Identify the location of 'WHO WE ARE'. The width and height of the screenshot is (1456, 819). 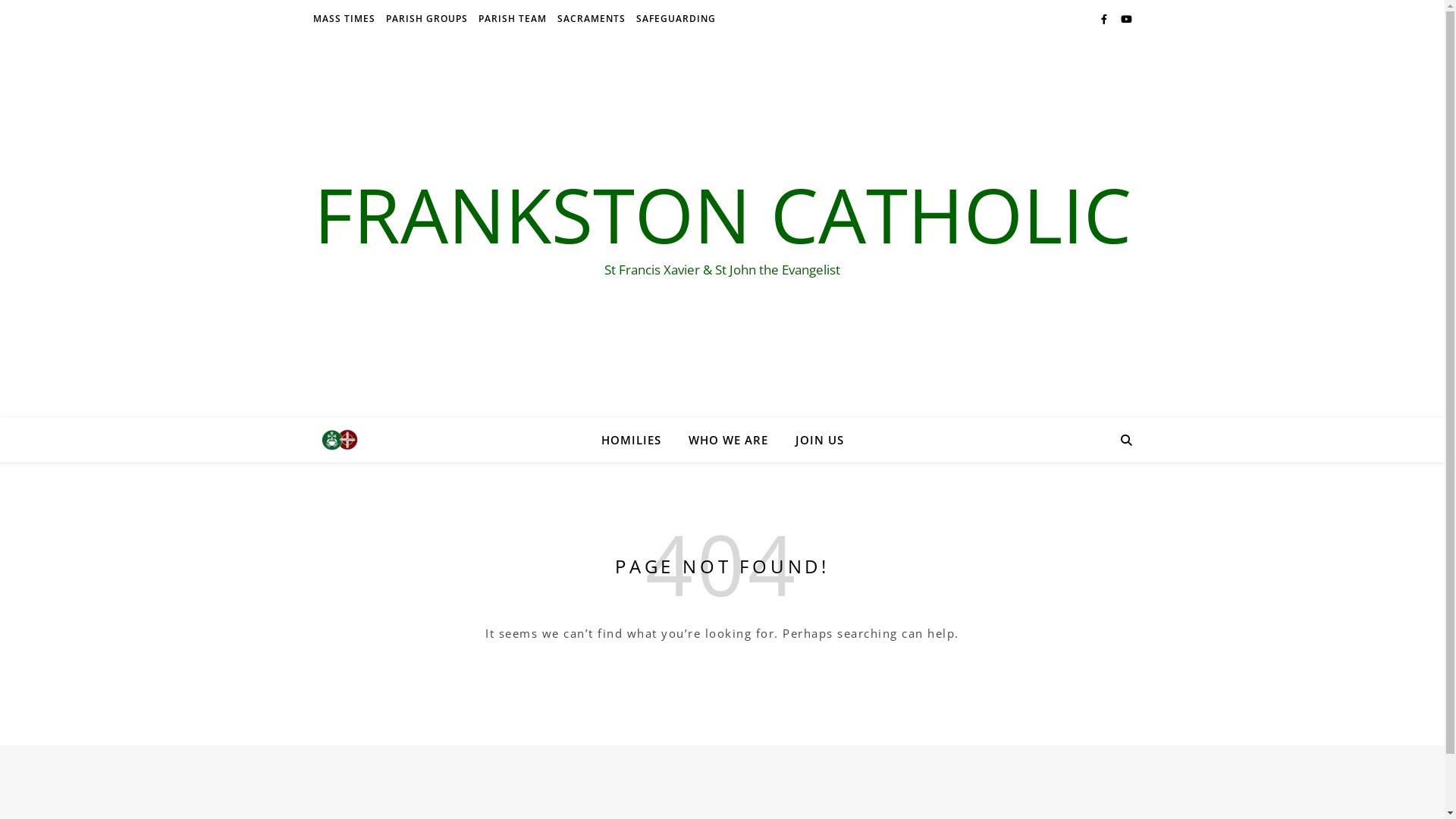
(728, 439).